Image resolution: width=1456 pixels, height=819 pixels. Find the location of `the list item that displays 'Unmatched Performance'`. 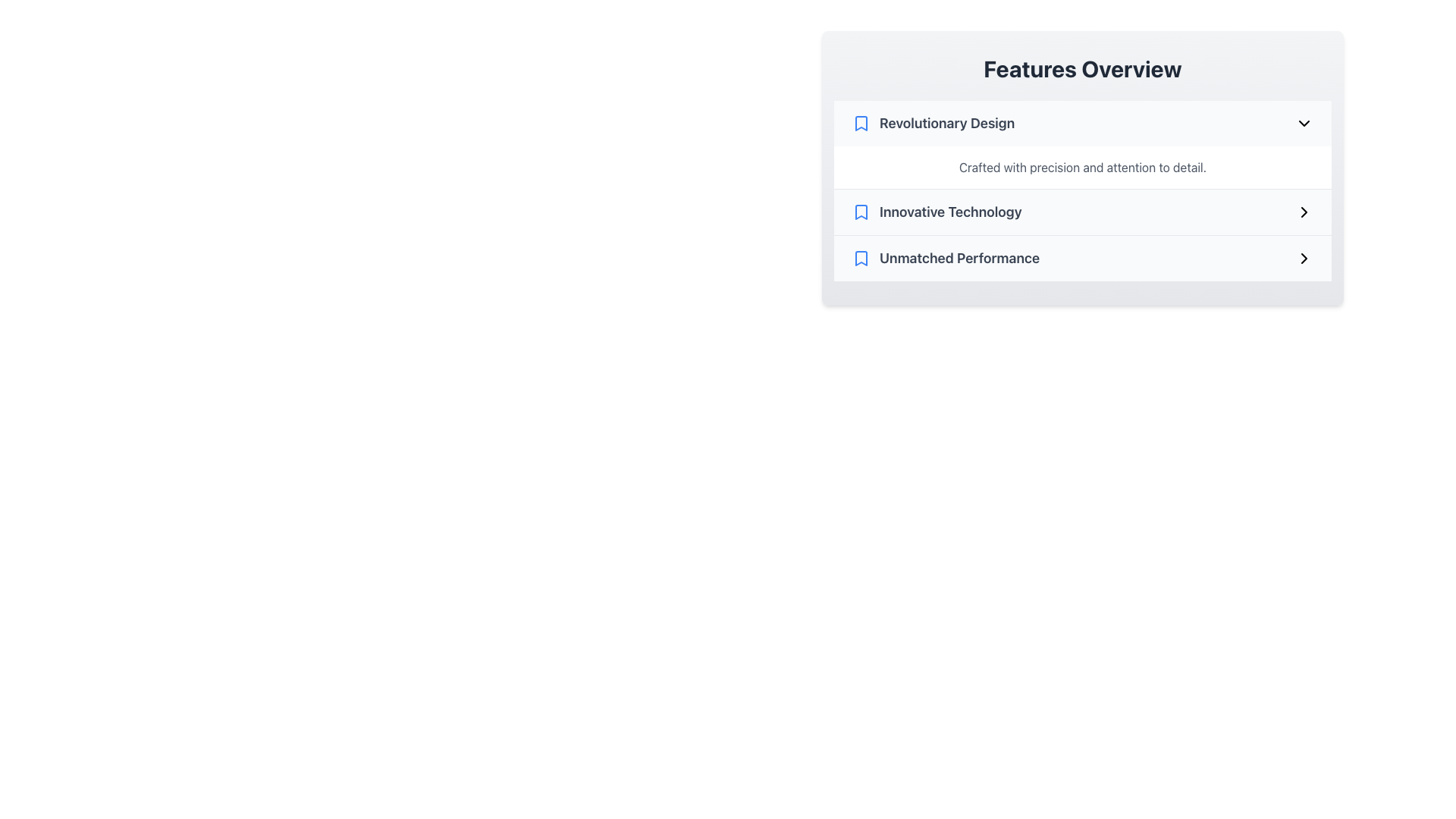

the list item that displays 'Unmatched Performance' is located at coordinates (1082, 257).